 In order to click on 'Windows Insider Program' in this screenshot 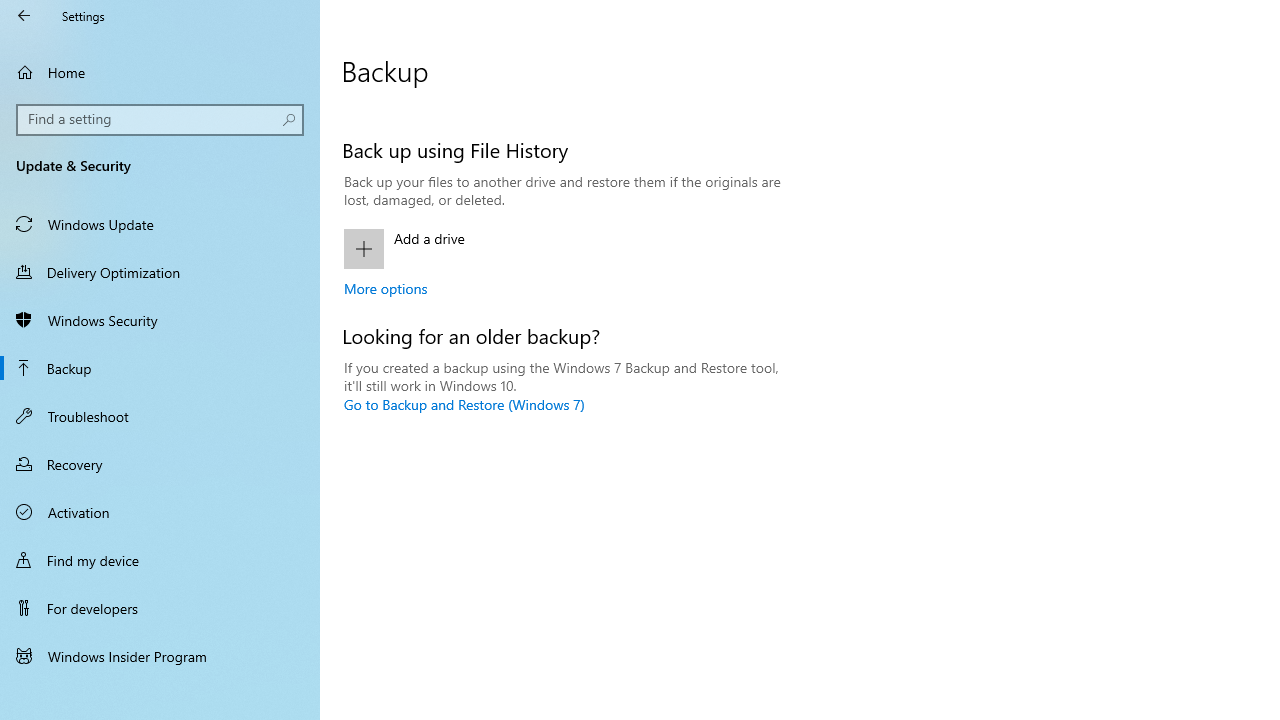, I will do `click(160, 655)`.